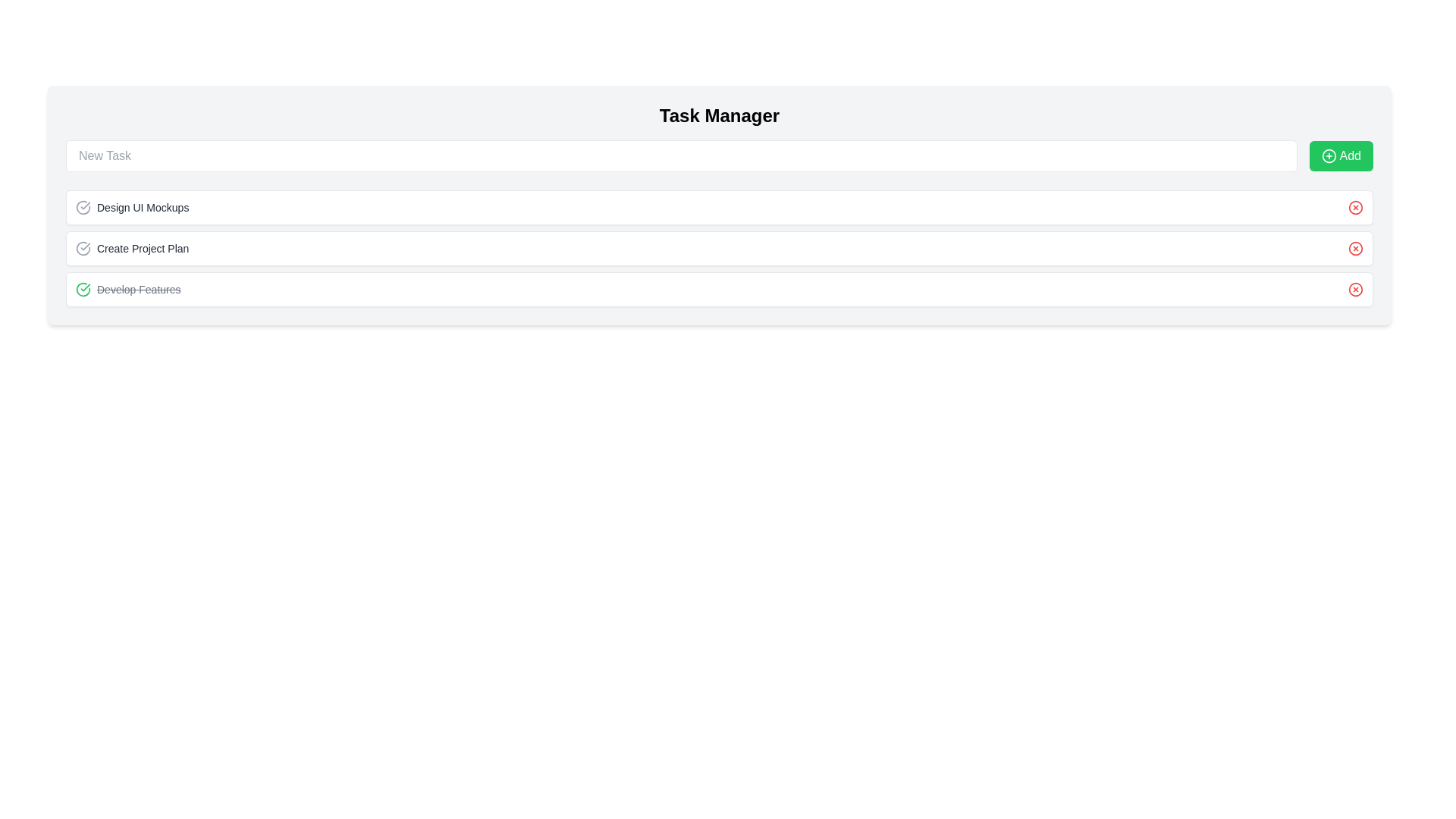 The width and height of the screenshot is (1456, 819). I want to click on the delete button (icon format) at the far-right end of the 'Design UI Mockups' section, so click(1356, 207).